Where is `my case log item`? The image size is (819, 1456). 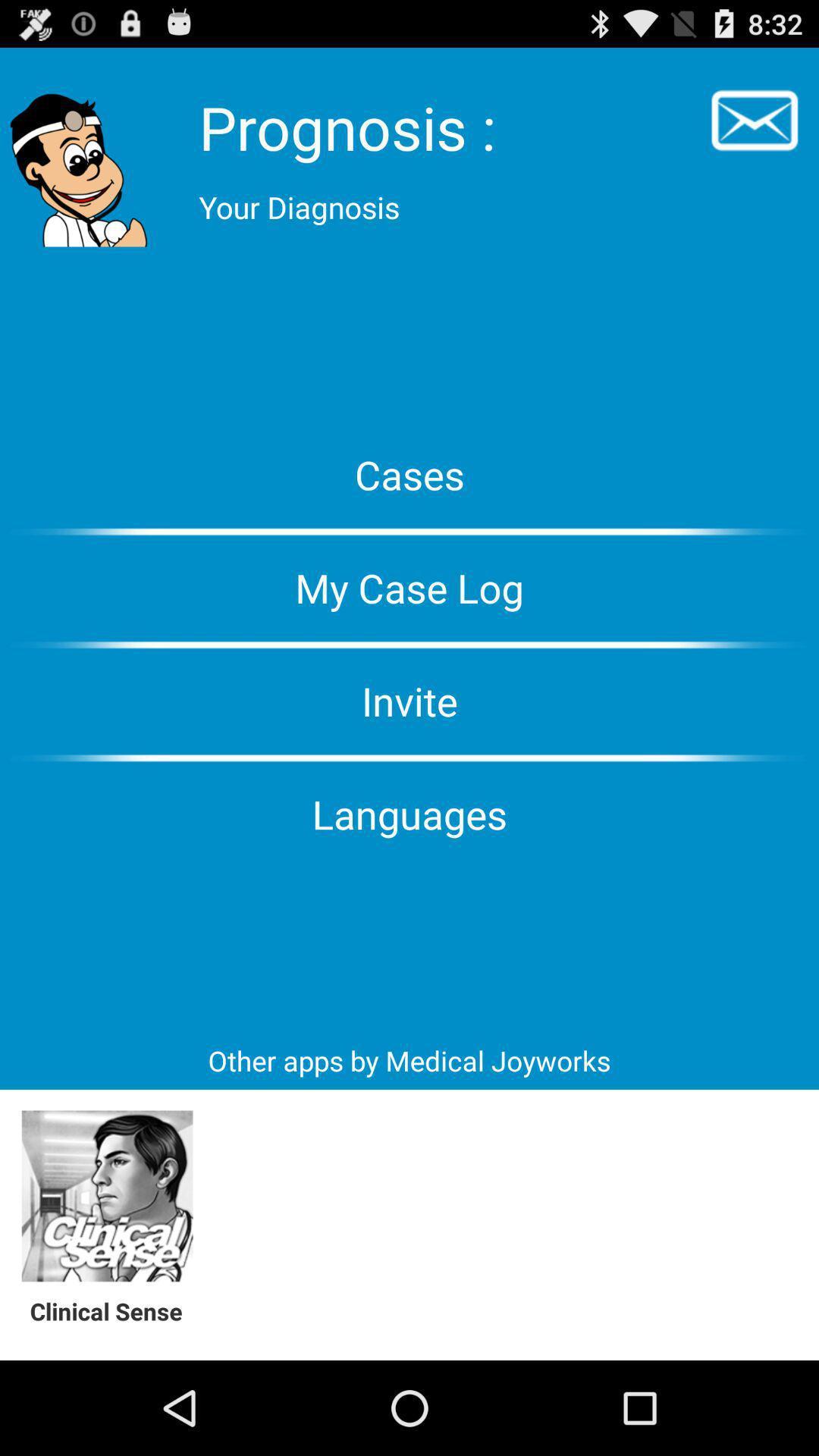 my case log item is located at coordinates (409, 587).